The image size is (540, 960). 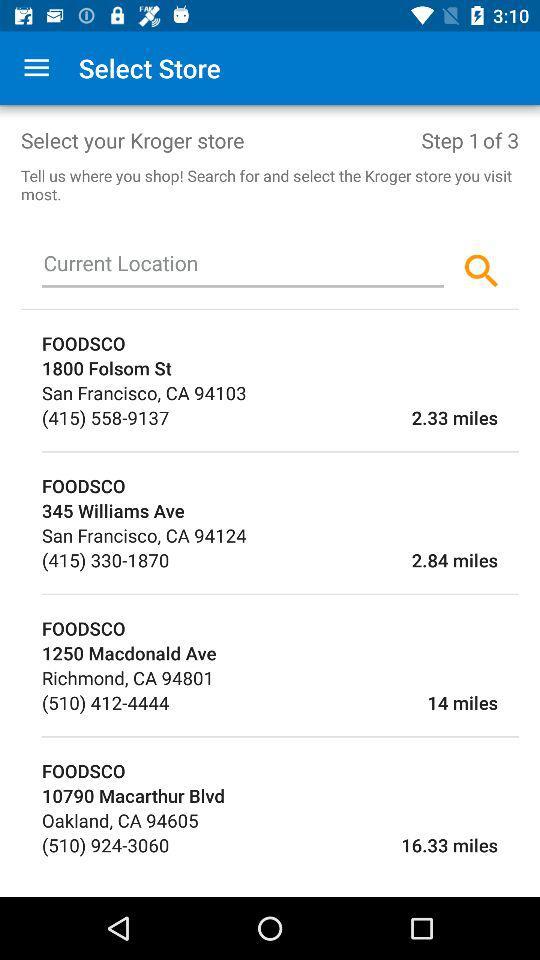 I want to click on the 10790 macarthur blvd item, so click(x=279, y=795).